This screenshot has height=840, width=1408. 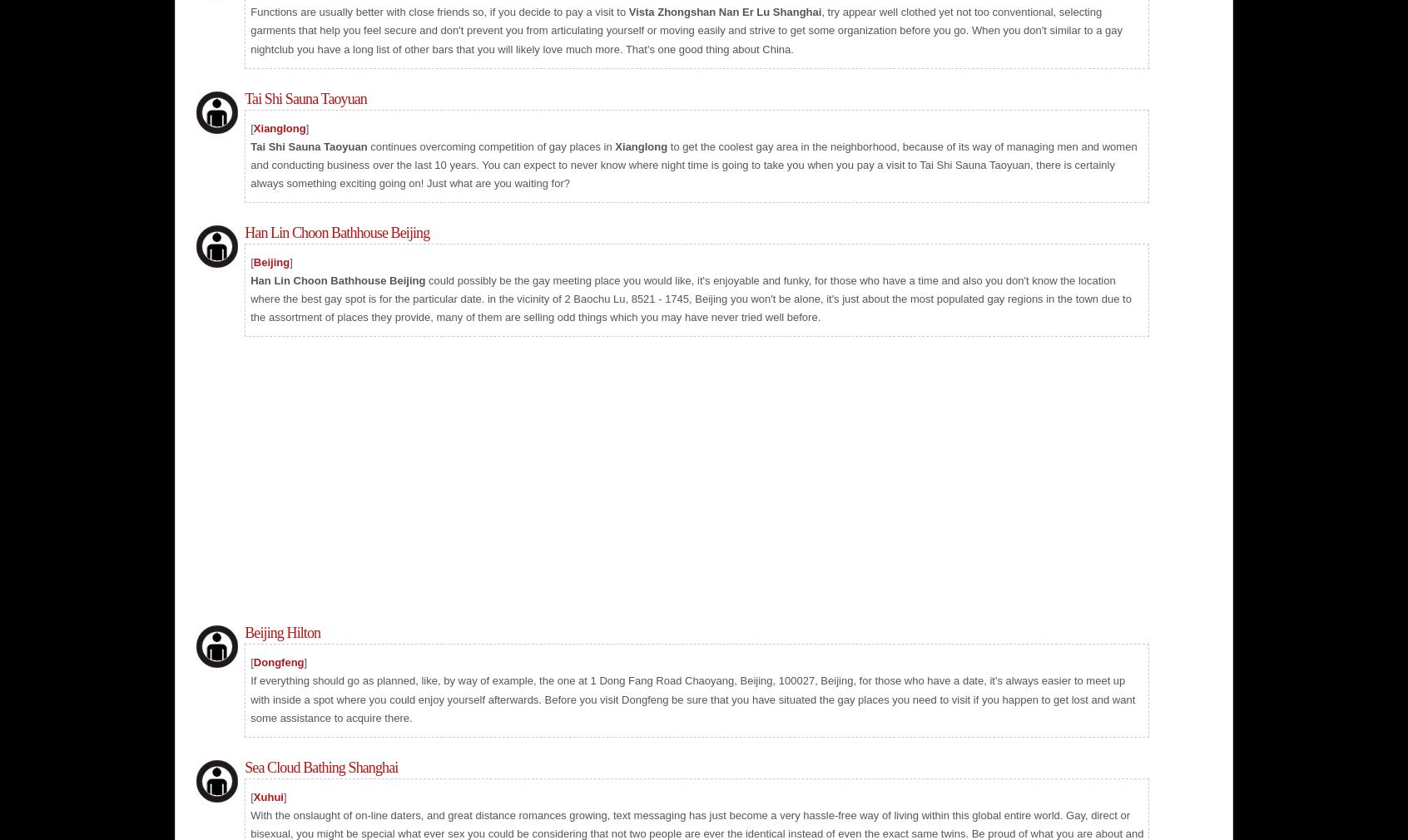 I want to click on 'to get the coolest gay area in the neighborhood, because of its way of managing men and women and conducting business over the last 10 years. You can expect to never know where night time is going to take you when you pay a visit to Tai Shi Sauna Taoyuan, there is certainly always something exciting going on! Just what are you waiting for?', so click(x=693, y=163).